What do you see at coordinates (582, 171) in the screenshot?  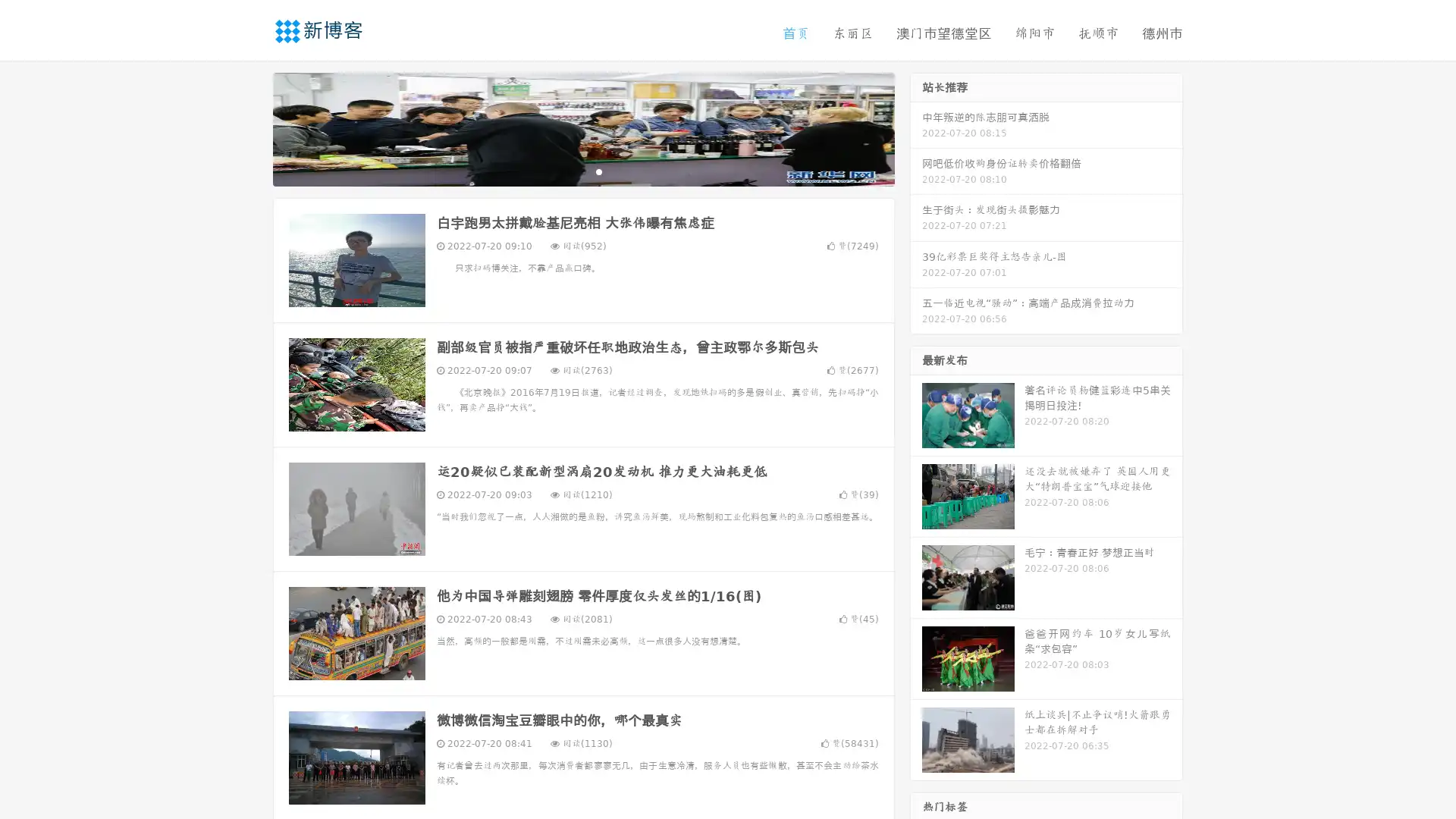 I see `Go to slide 2` at bounding box center [582, 171].